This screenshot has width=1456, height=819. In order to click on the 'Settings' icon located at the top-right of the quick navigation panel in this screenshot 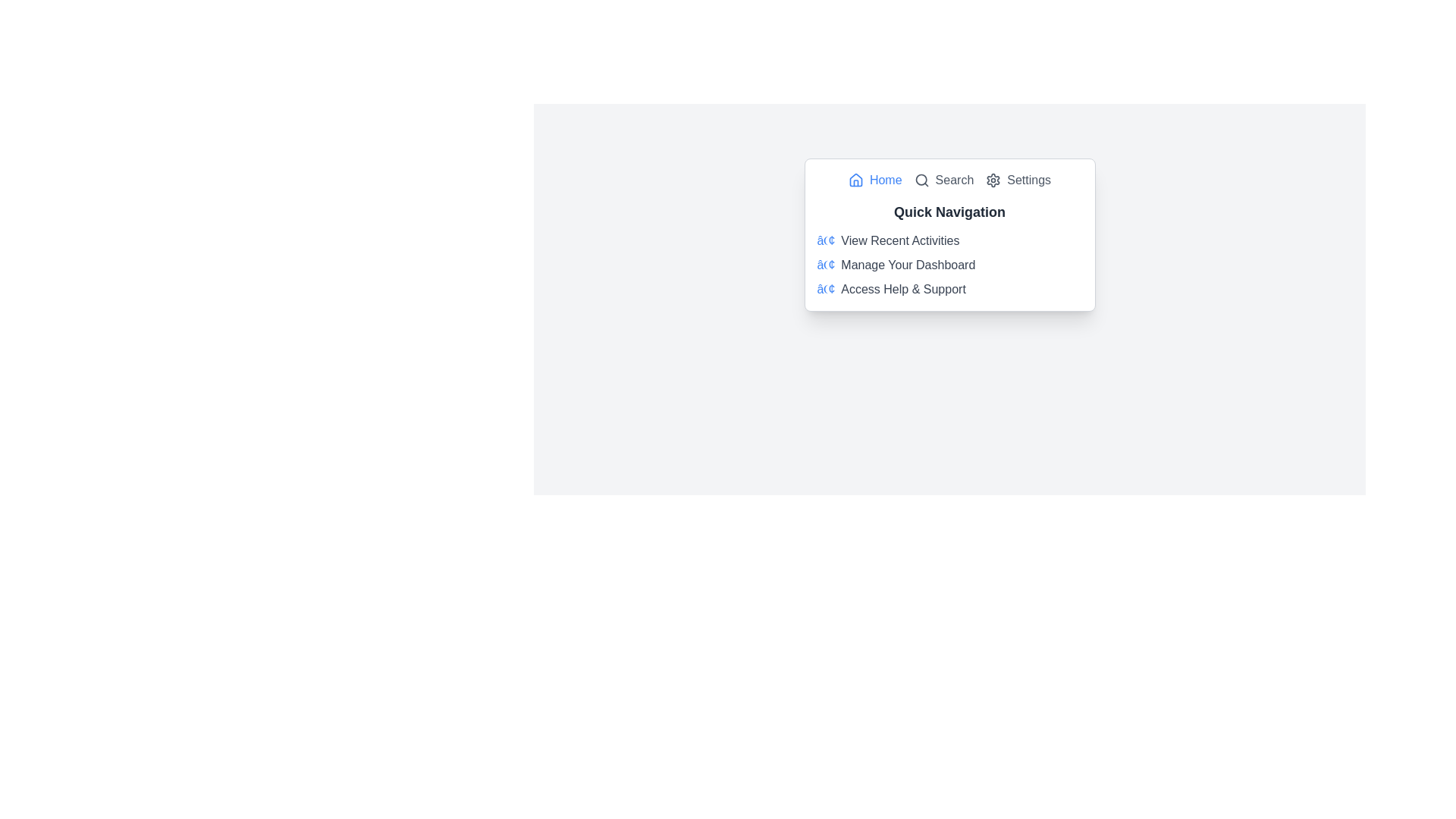, I will do `click(993, 180)`.